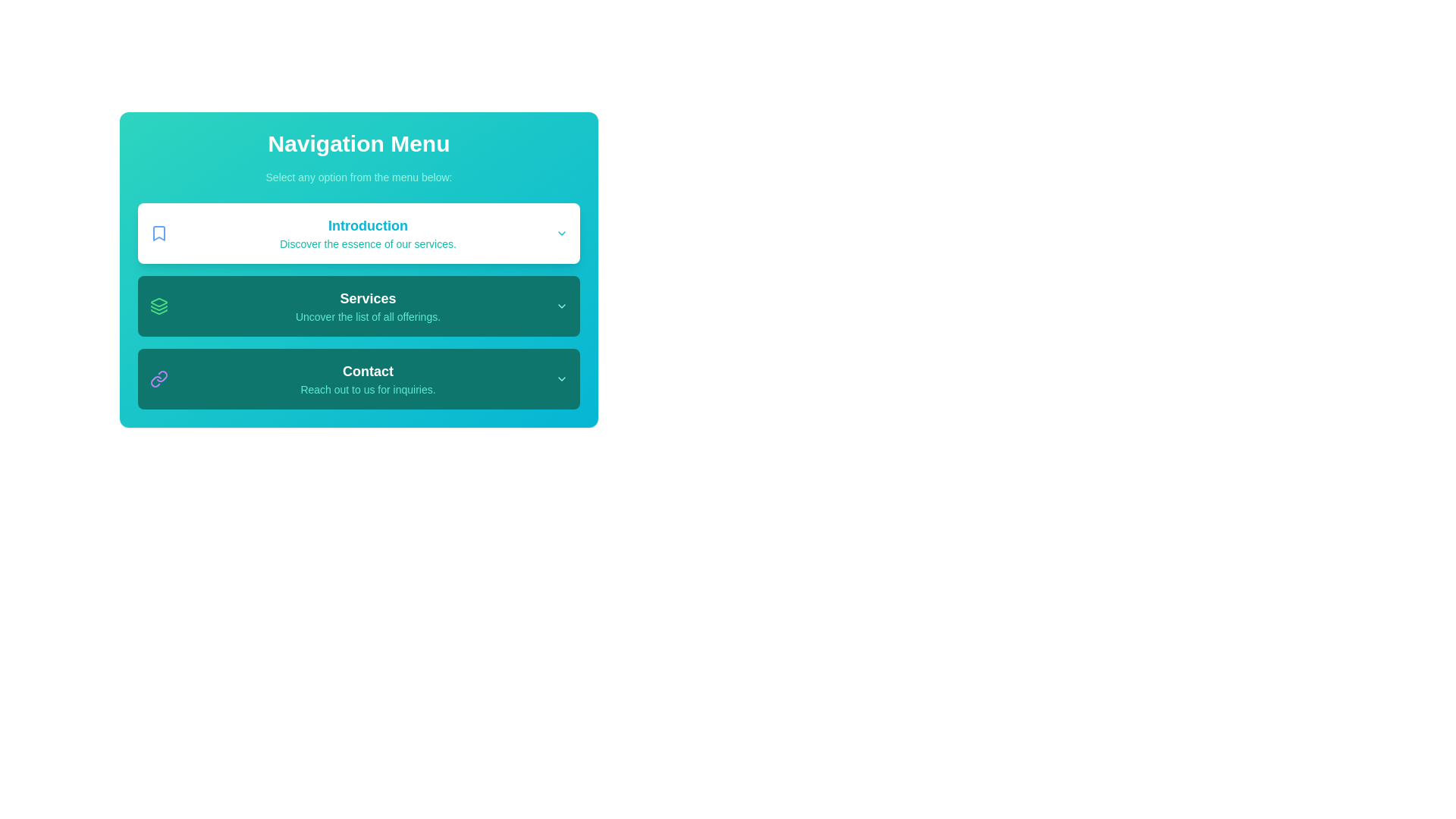 The width and height of the screenshot is (1456, 819). Describe the element at coordinates (368, 306) in the screenshot. I see `the 'Services' button-like navigational link element with a teal background` at that location.